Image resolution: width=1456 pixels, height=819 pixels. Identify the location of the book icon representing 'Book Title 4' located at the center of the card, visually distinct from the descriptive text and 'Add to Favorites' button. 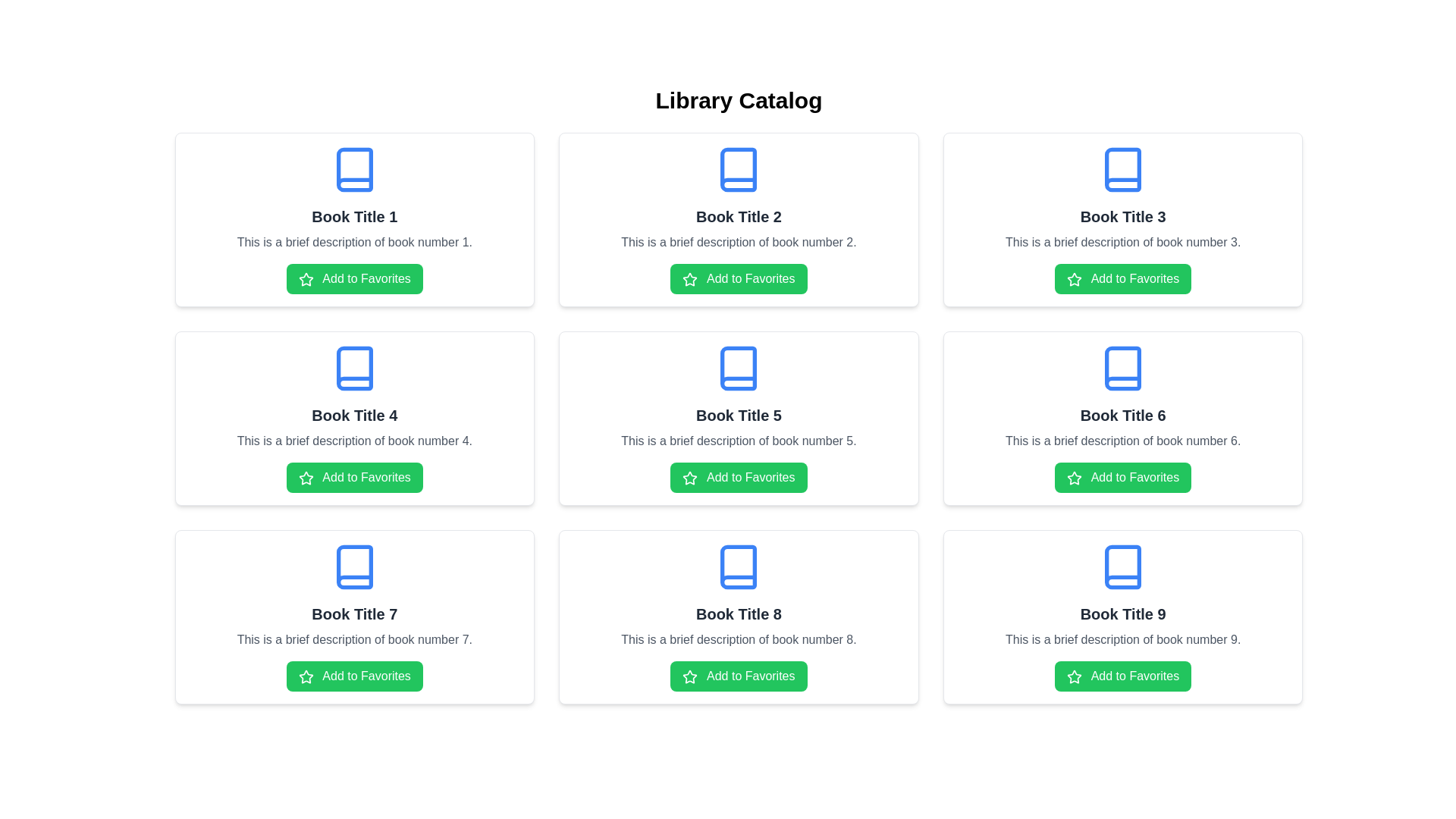
(353, 369).